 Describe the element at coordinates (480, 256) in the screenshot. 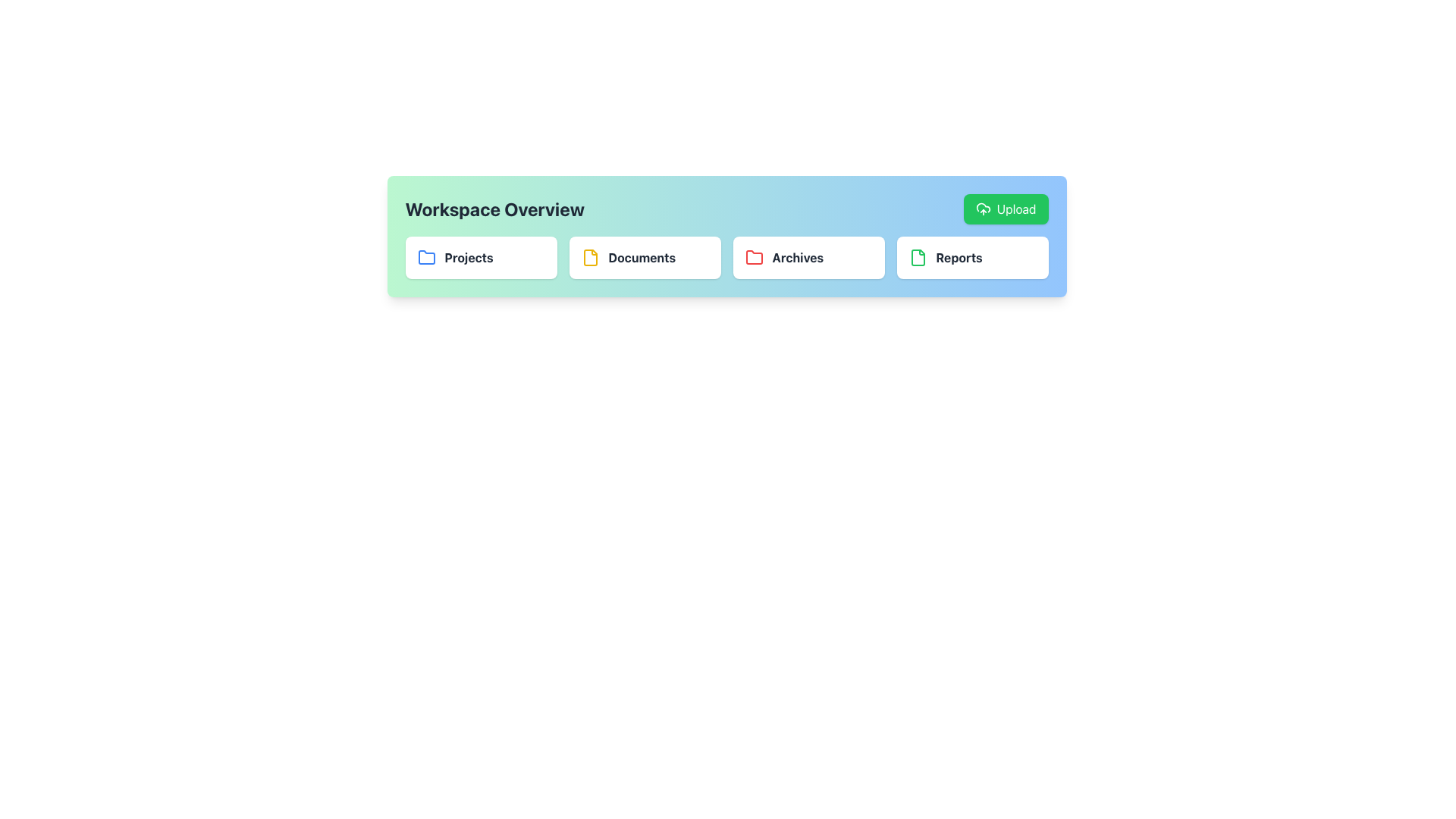

I see `the 'Projects' category box which features a blue folder icon and bold text, positioned as the first item in the grid layout` at that location.